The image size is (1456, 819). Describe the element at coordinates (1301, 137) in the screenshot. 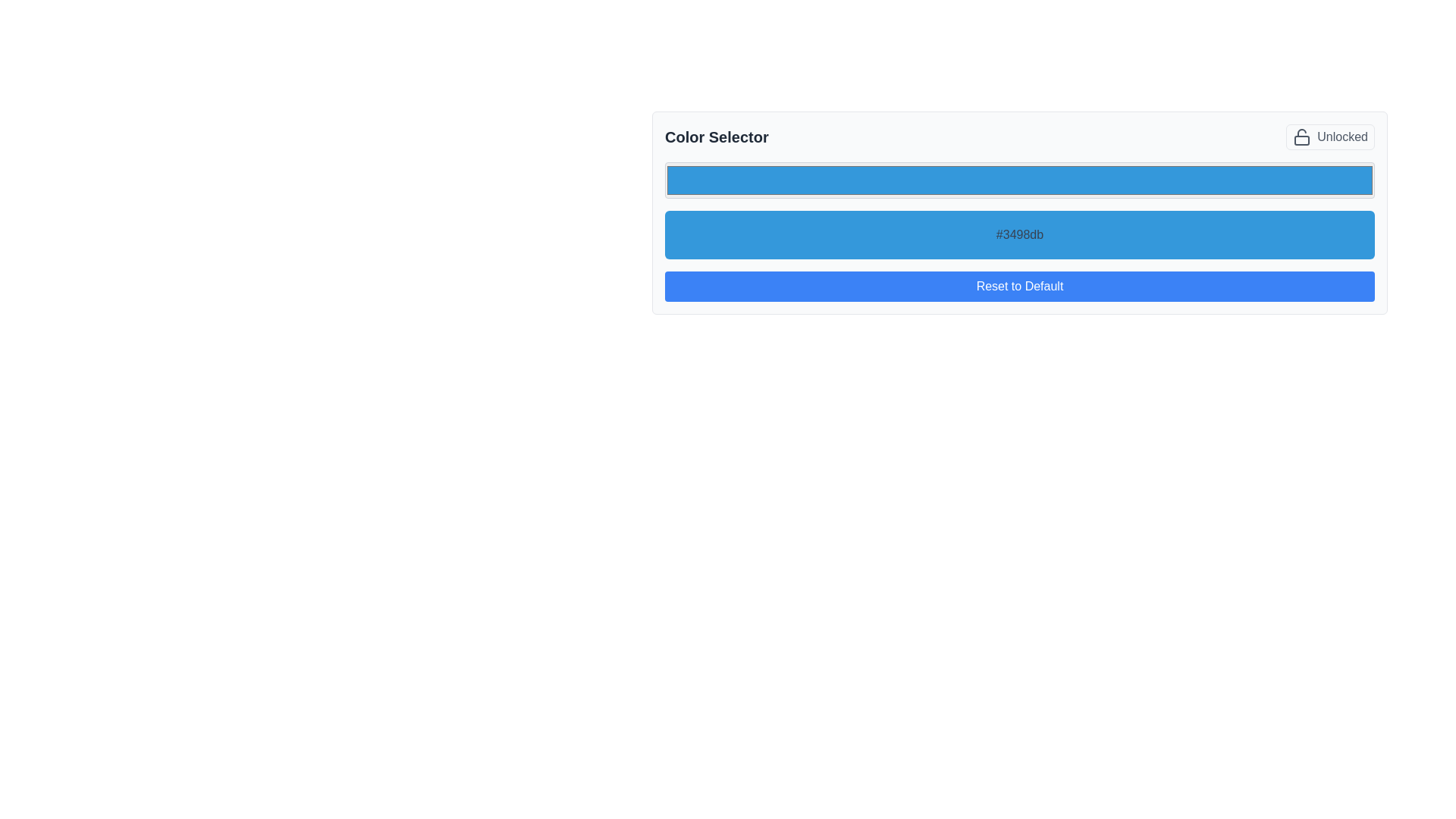

I see `the open lock icon located to the left of the 'Unlocked' text in the top-right section of the interface` at that location.